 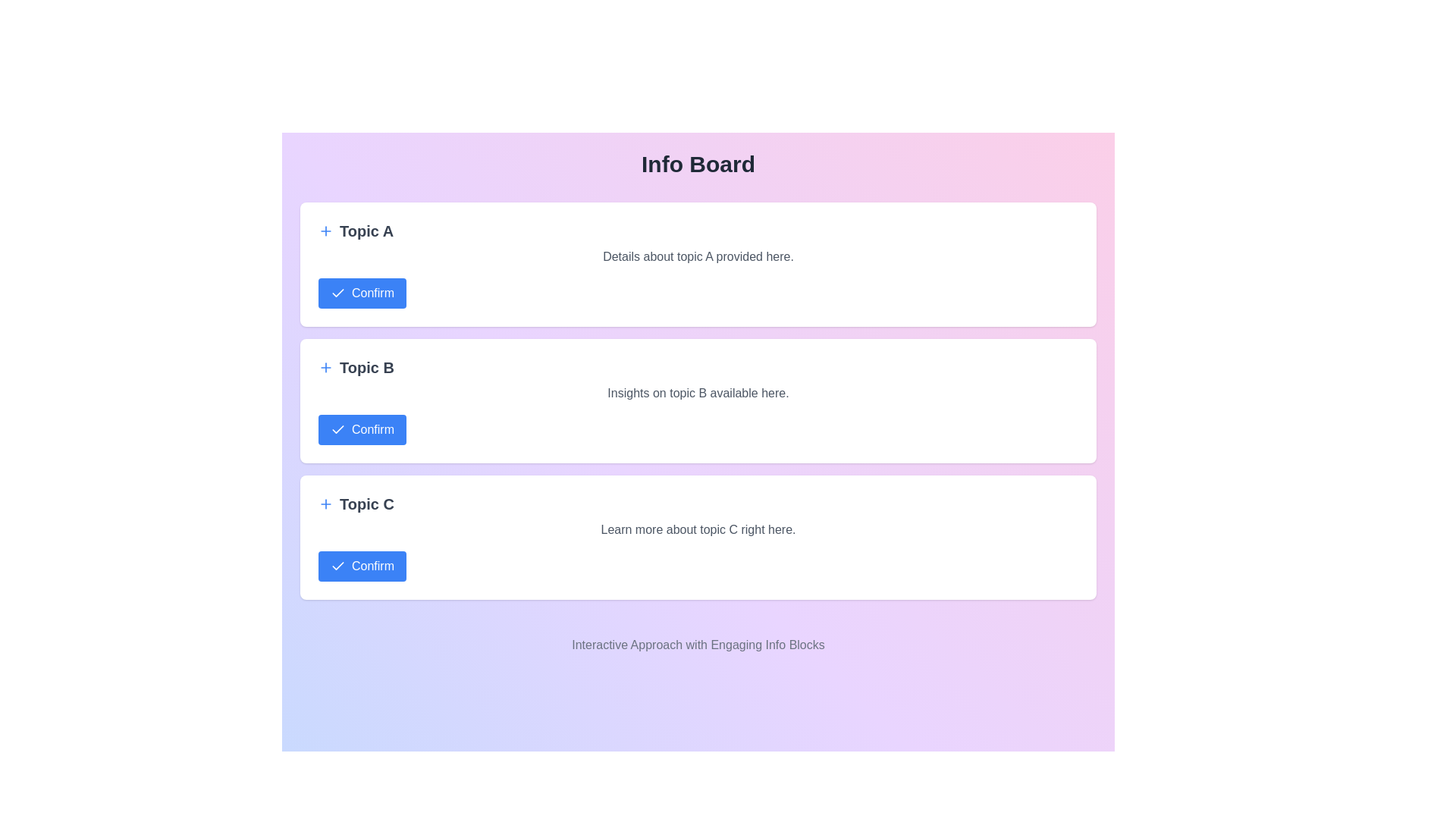 I want to click on the checkmark icon within the 'Confirm' button located below the 'Topic C' section, which indicates confirmation or successful selection, so click(x=337, y=565).